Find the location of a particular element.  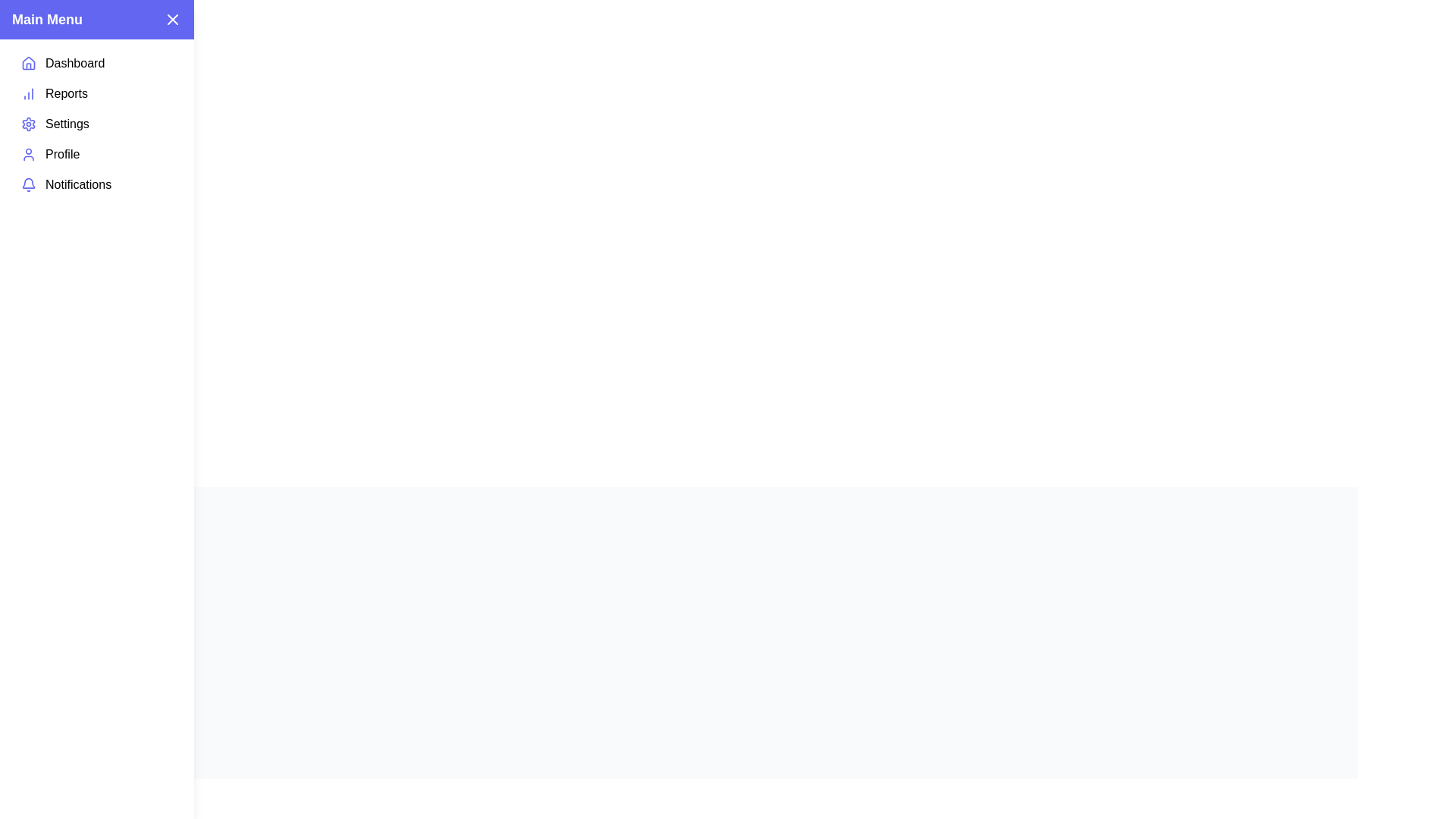

the gear-shaped icon with a blue outline representing the settings symbol, located in the sidebar menu next to the 'Settings' label is located at coordinates (29, 124).